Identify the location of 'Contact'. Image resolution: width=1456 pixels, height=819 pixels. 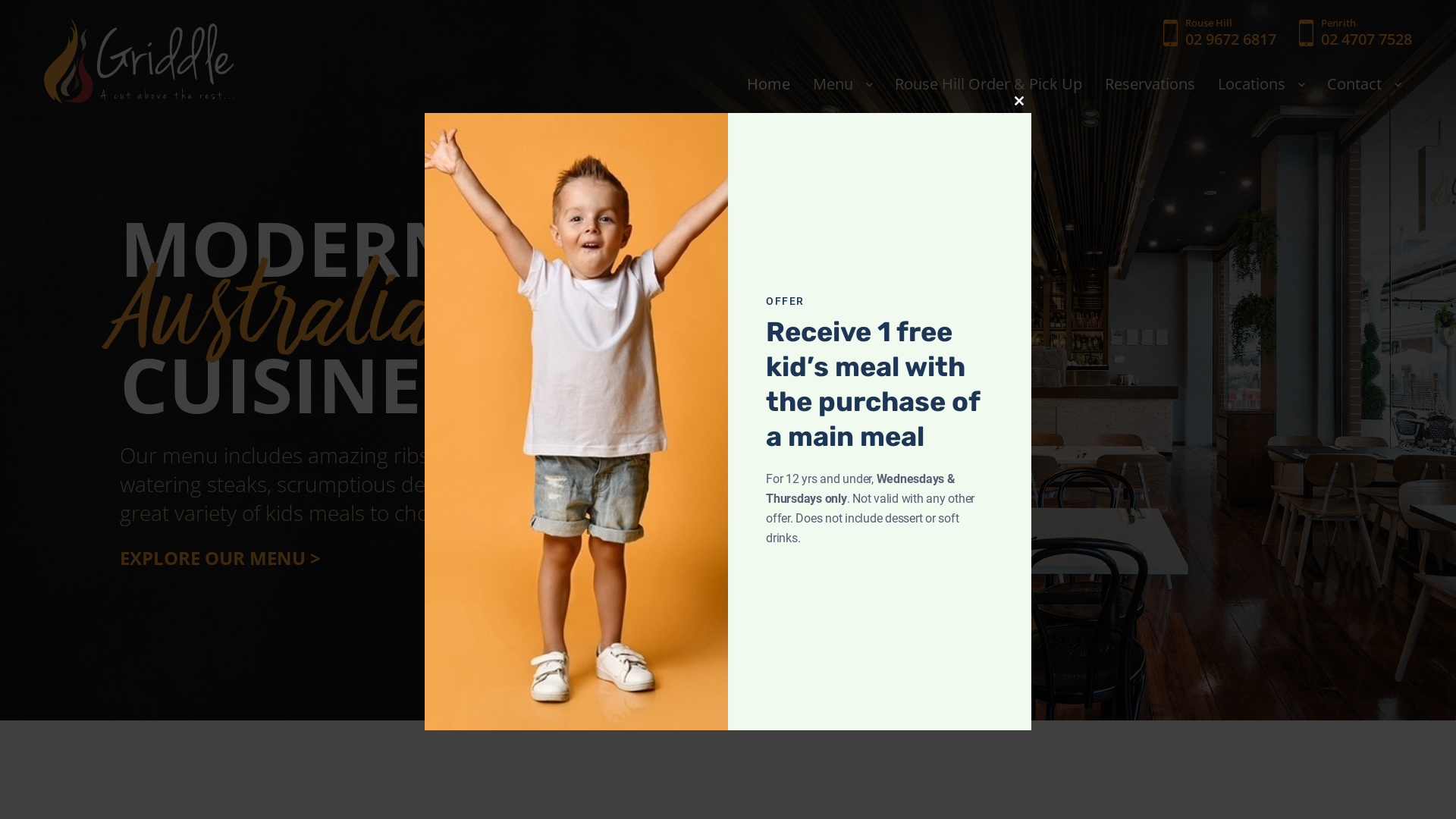
(1363, 84).